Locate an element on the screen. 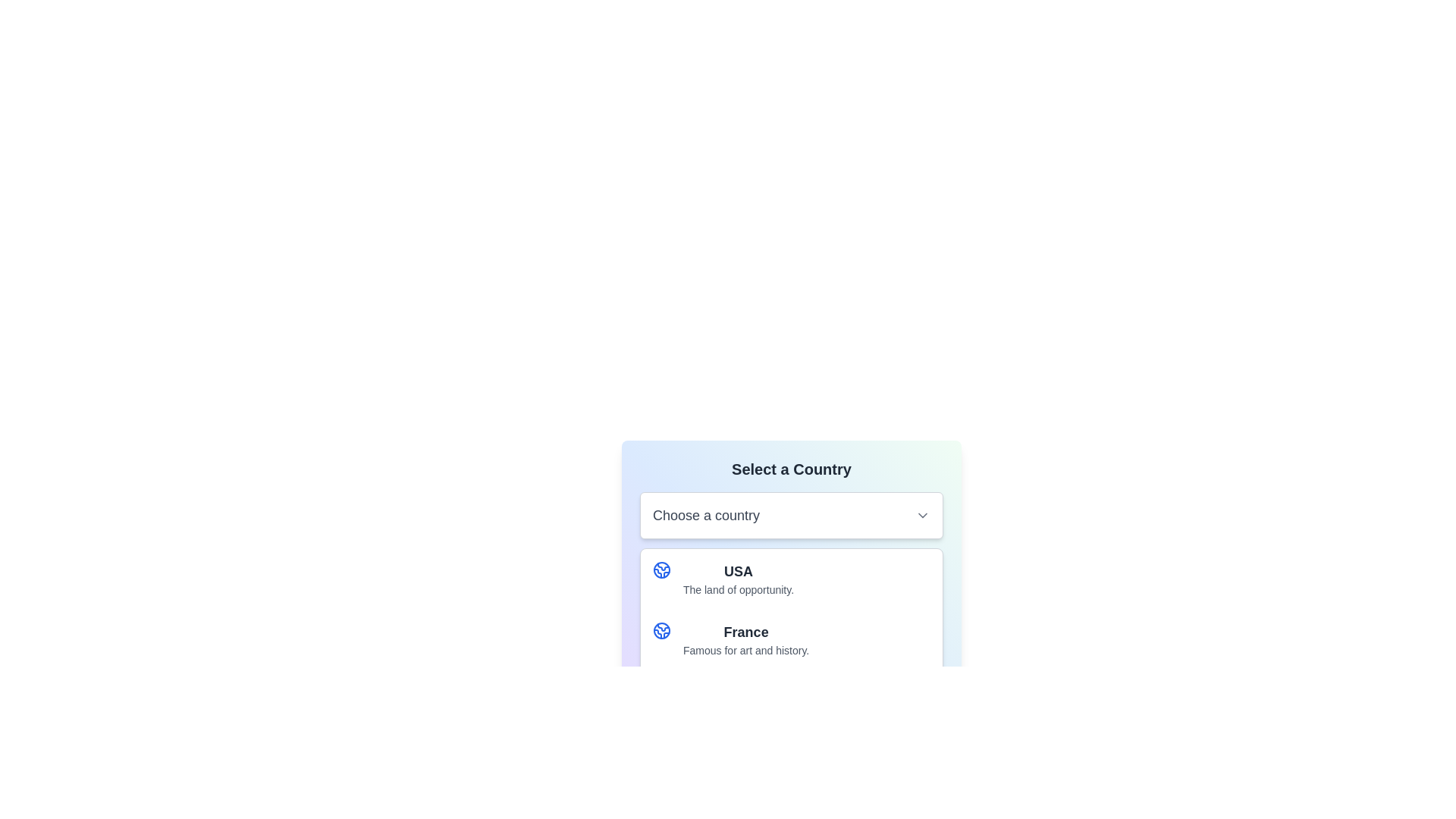 The image size is (1456, 819). the Dropdown selector labeled 'Choose a country' is located at coordinates (790, 514).